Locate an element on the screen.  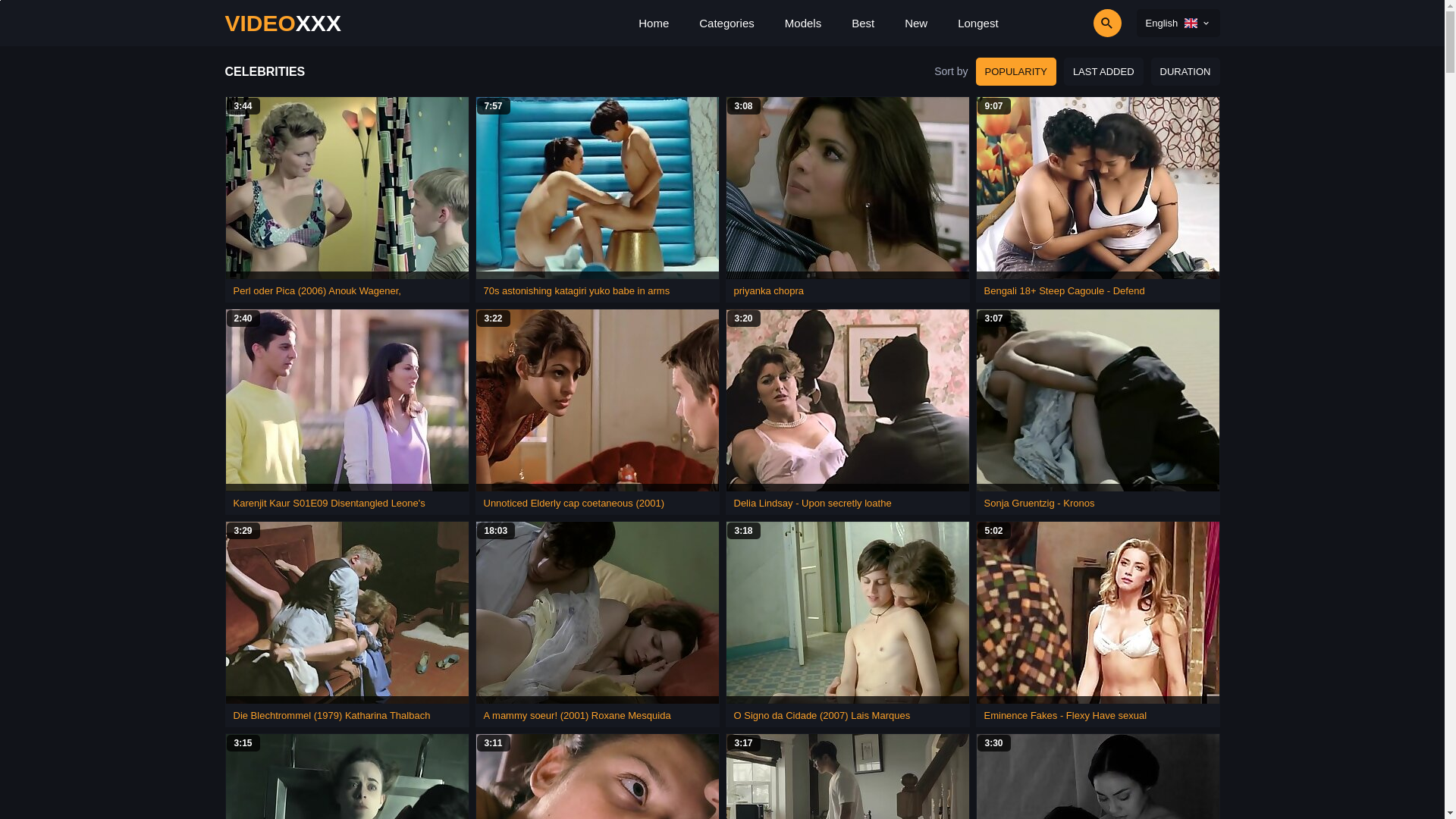
'priyanka chopra' is located at coordinates (769, 290).